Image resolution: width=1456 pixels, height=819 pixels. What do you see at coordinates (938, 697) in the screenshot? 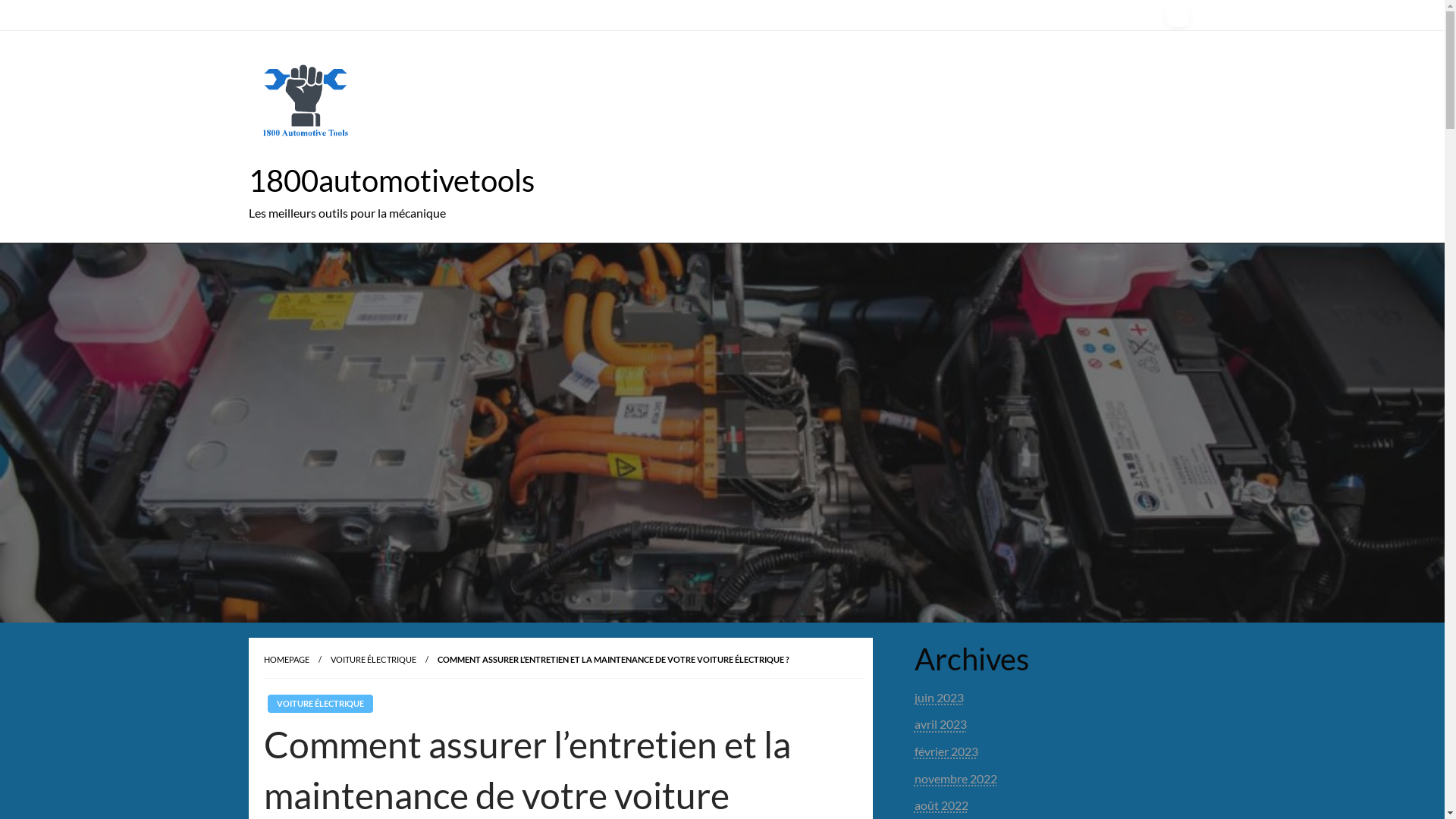
I see `'juin 2023'` at bounding box center [938, 697].